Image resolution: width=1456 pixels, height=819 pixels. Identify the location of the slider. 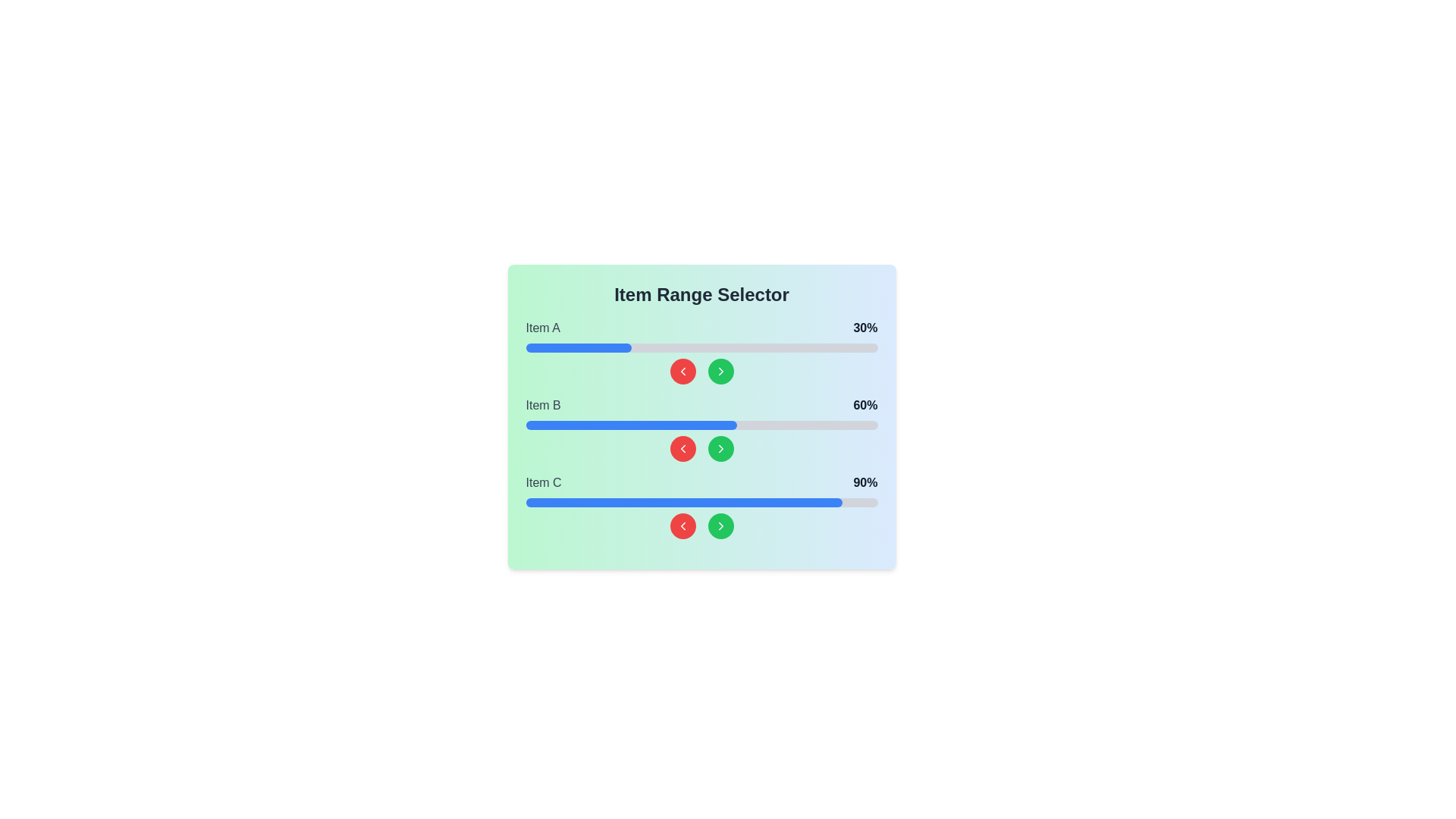
(578, 425).